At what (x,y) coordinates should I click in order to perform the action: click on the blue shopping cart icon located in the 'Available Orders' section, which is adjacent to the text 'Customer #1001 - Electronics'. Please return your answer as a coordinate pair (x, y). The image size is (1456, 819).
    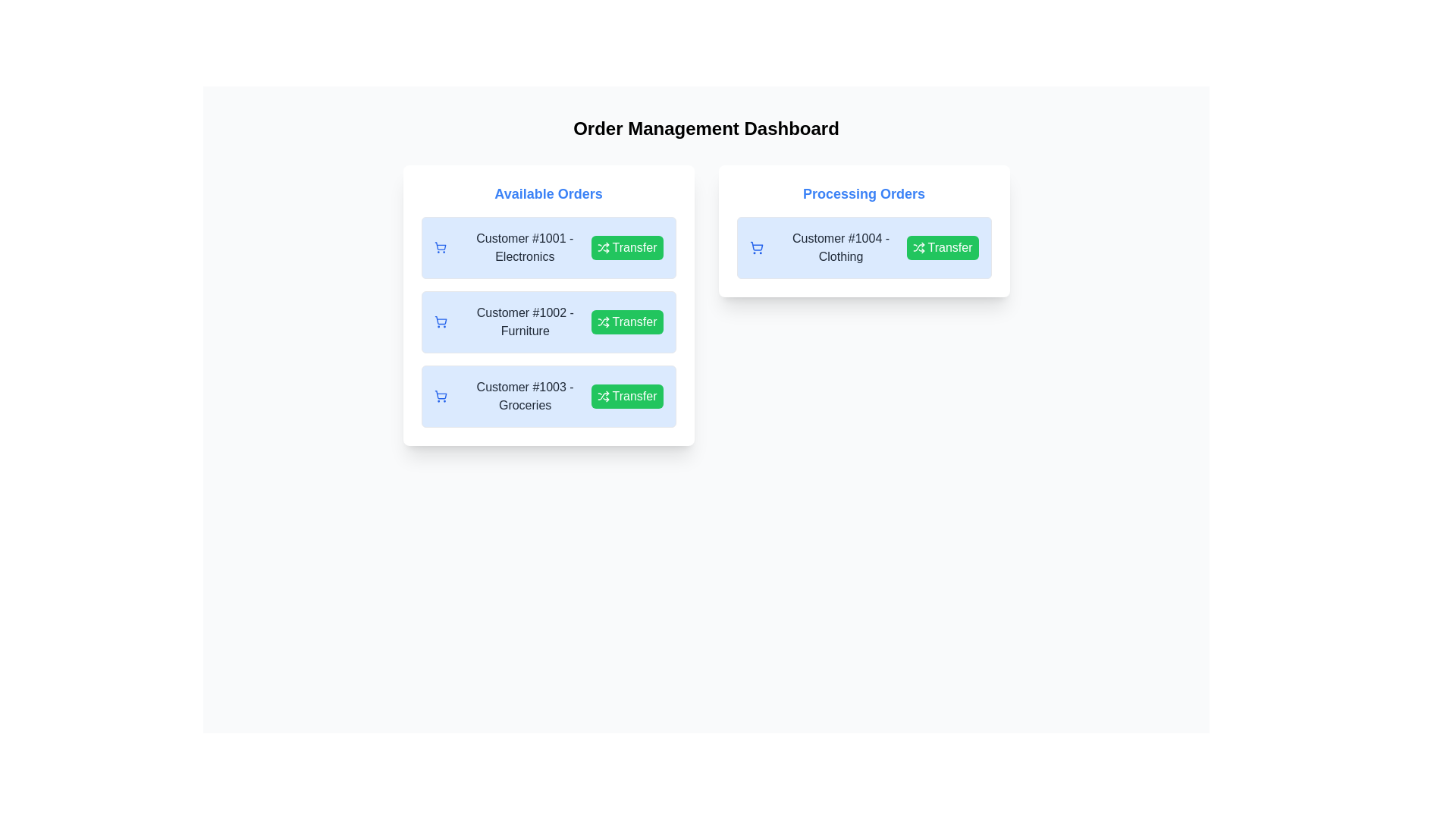
    Looking at the image, I should click on (439, 247).